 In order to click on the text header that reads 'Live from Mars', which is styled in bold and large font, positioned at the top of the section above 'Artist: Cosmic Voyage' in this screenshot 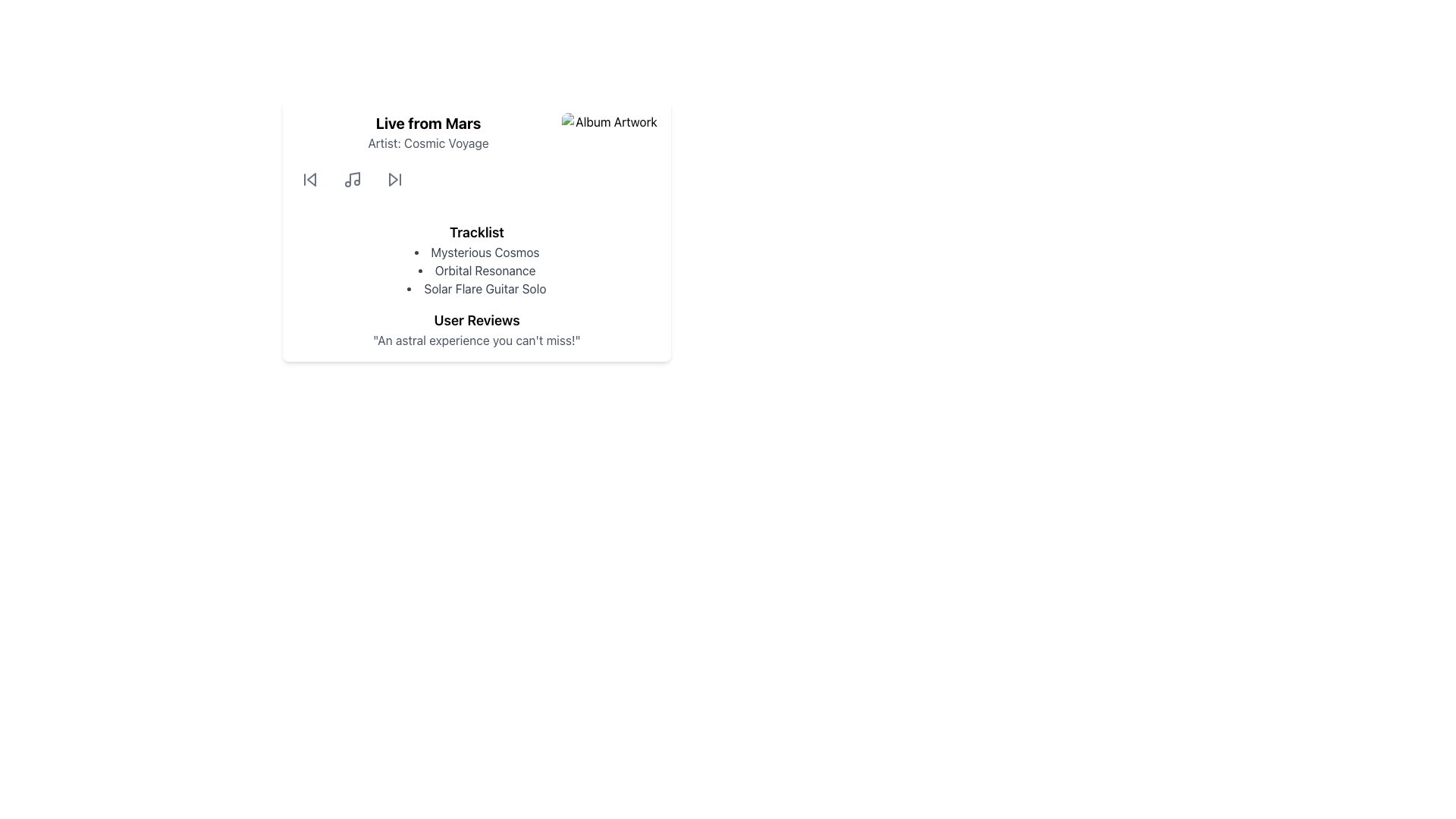, I will do `click(428, 122)`.